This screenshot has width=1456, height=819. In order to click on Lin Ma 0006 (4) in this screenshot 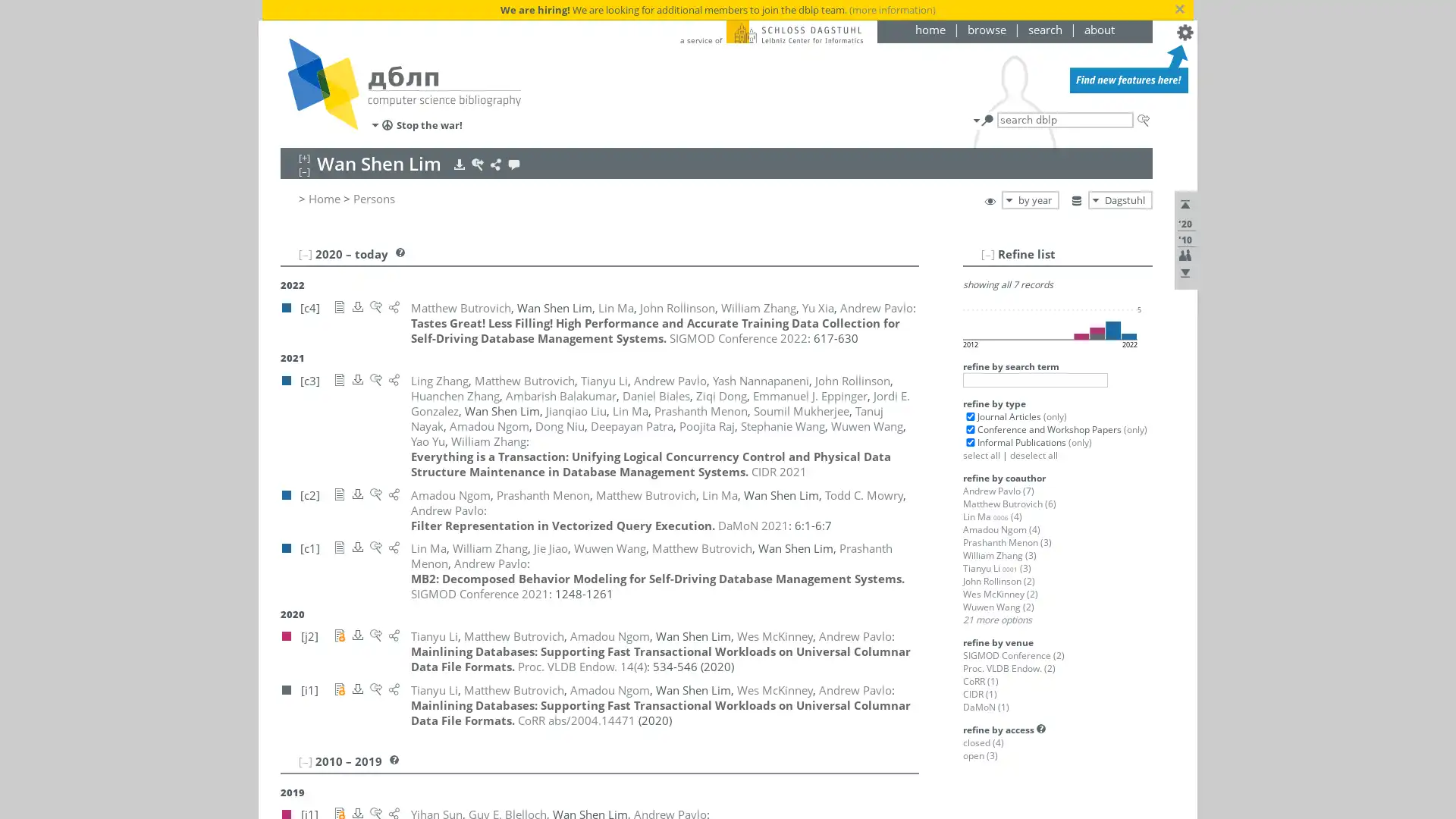, I will do `click(993, 516)`.